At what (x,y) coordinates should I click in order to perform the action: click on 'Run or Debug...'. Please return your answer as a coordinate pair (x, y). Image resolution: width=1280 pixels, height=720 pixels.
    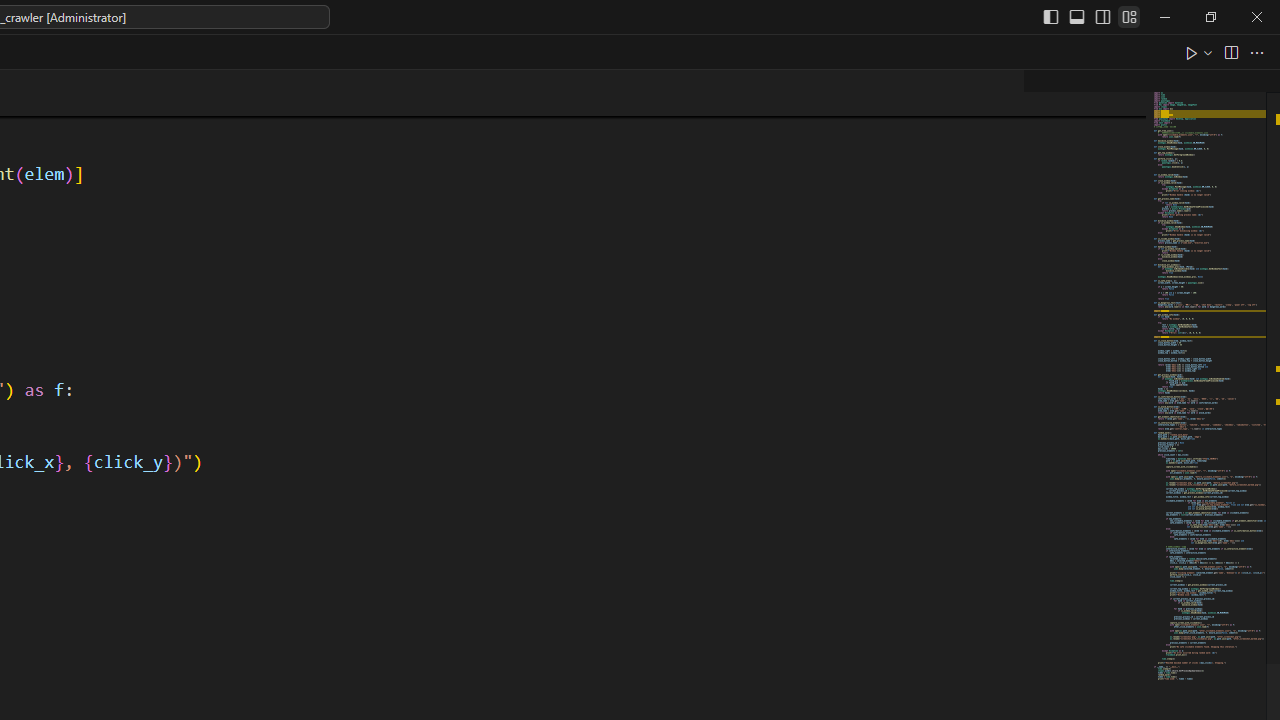
    Looking at the image, I should click on (1207, 51).